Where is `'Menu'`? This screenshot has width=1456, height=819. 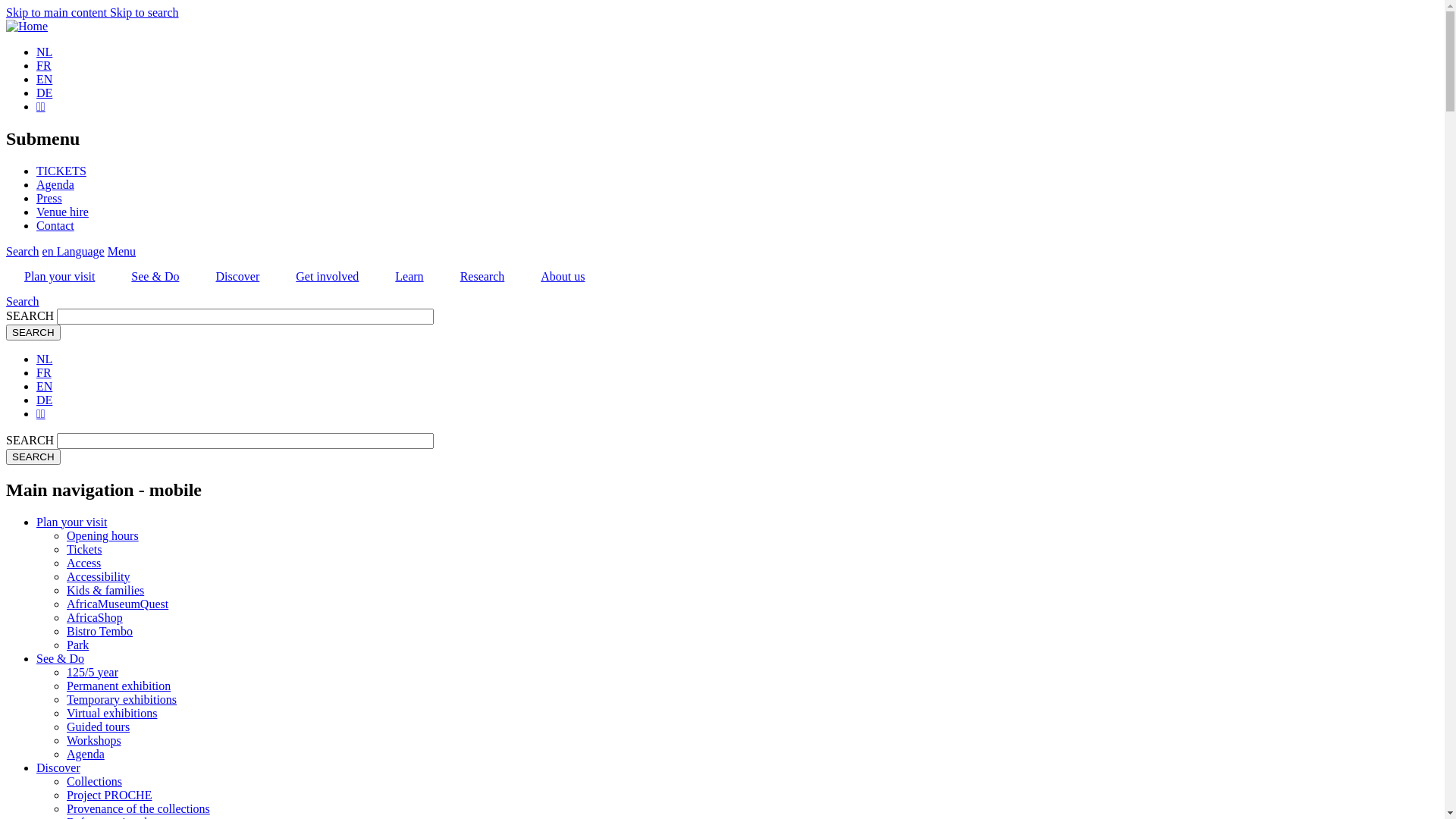
'Menu' is located at coordinates (121, 250).